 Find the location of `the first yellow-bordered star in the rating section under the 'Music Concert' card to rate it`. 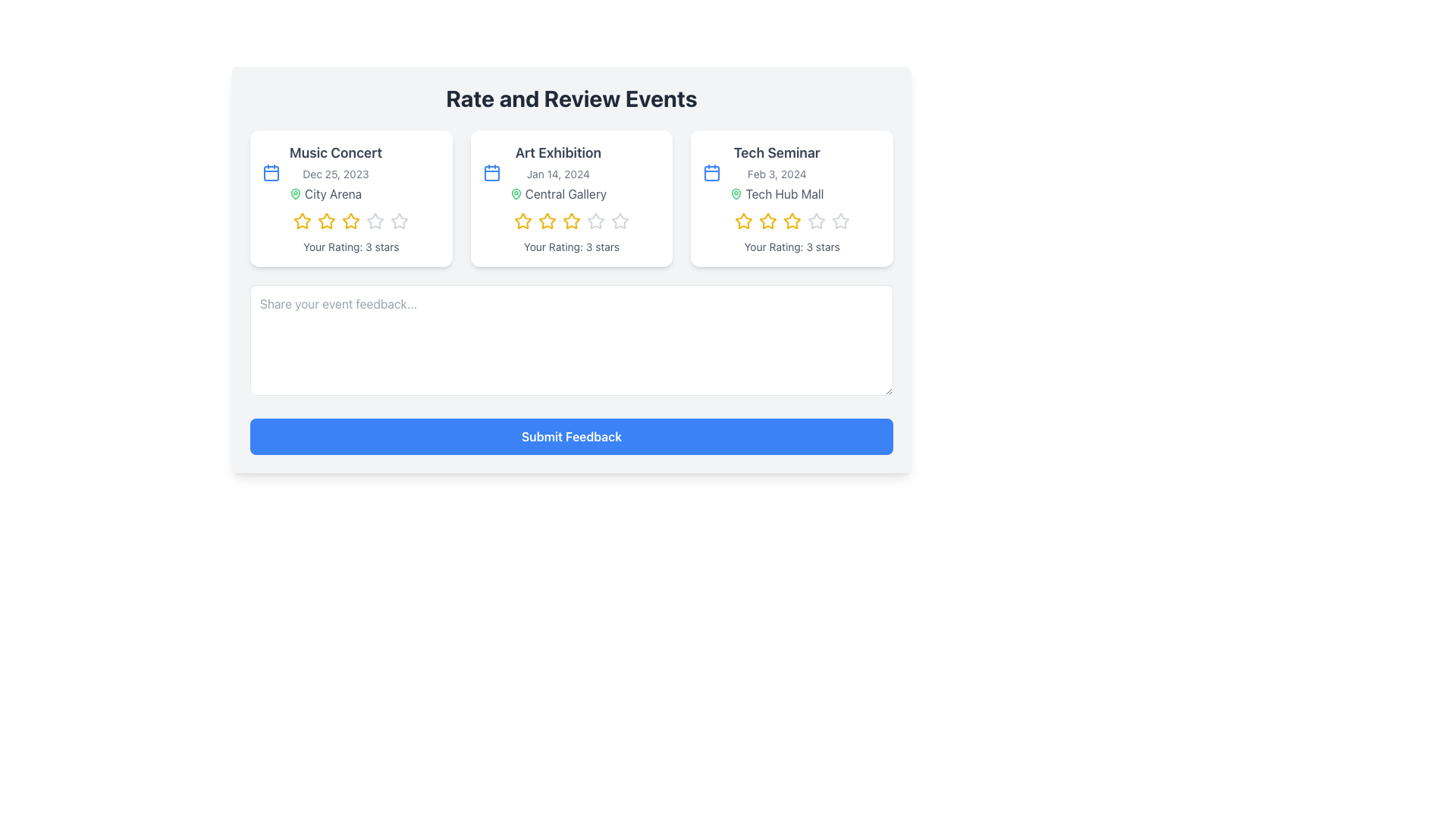

the first yellow-bordered star in the rating section under the 'Music Concert' card to rate it is located at coordinates (303, 221).